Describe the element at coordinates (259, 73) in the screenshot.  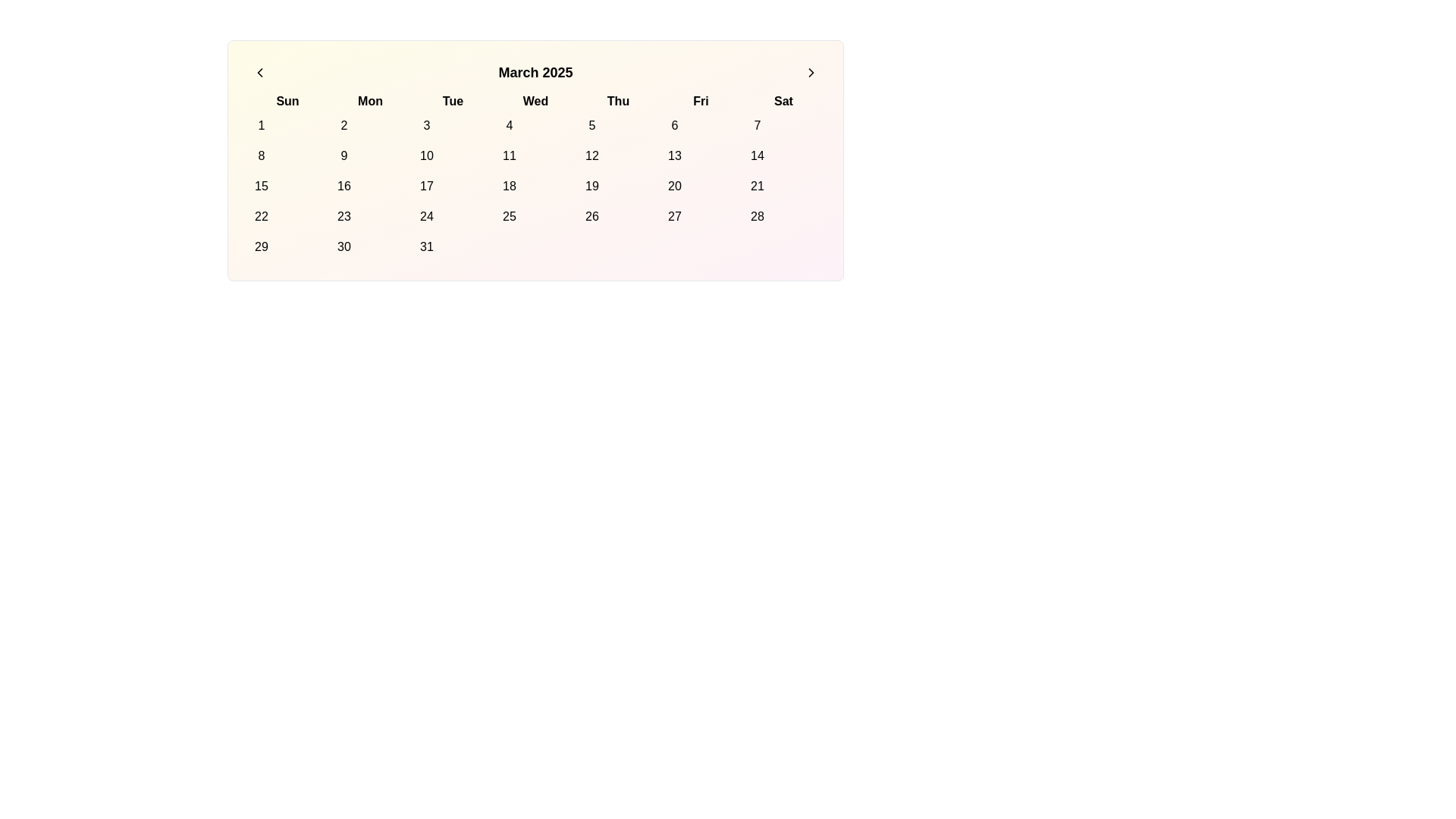
I see `the chevron icon located in the header section of the calendar interface` at that location.